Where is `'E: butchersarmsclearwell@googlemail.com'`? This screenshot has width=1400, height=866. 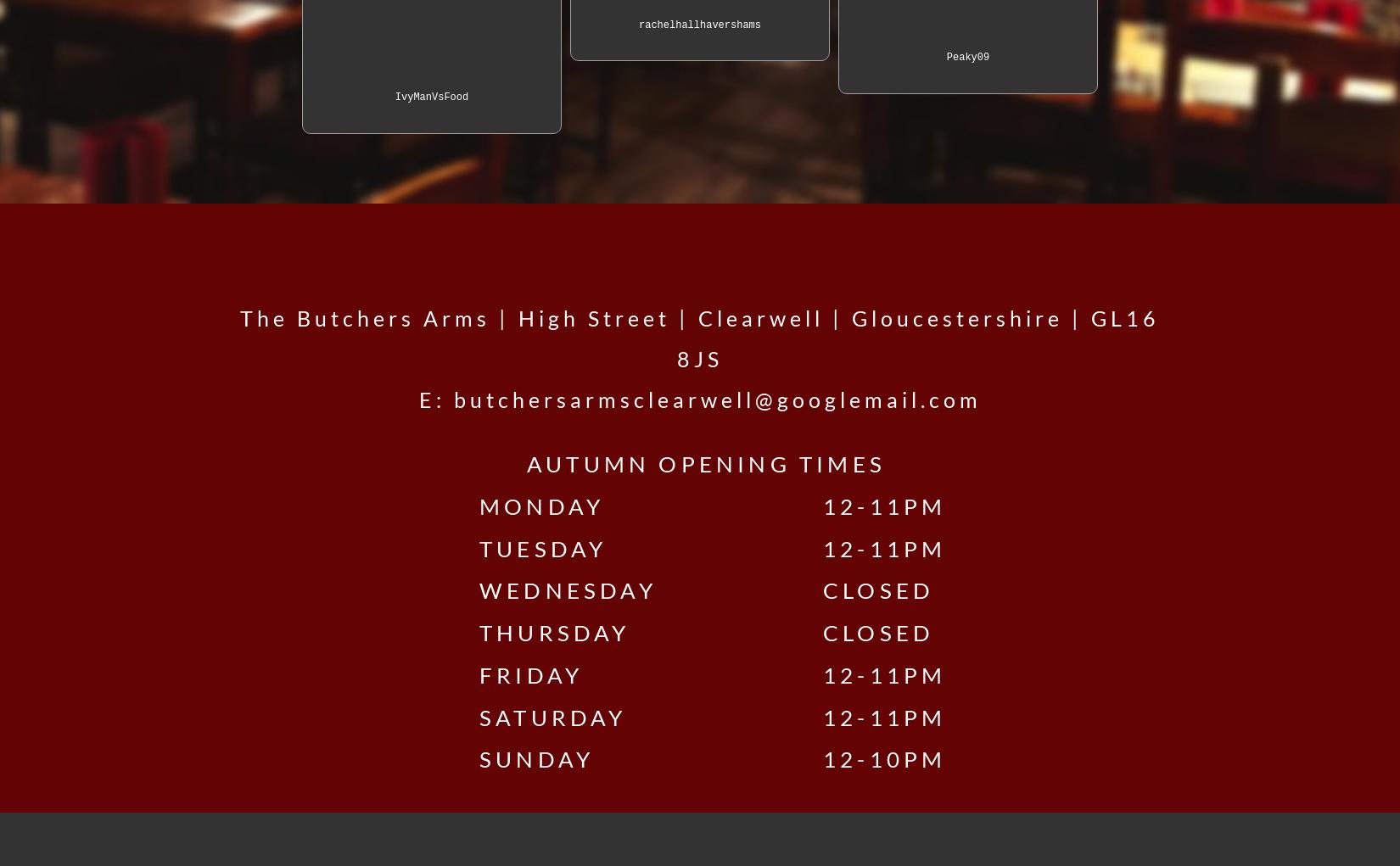 'E: butchersarmsclearwell@googlemail.com' is located at coordinates (698, 398).